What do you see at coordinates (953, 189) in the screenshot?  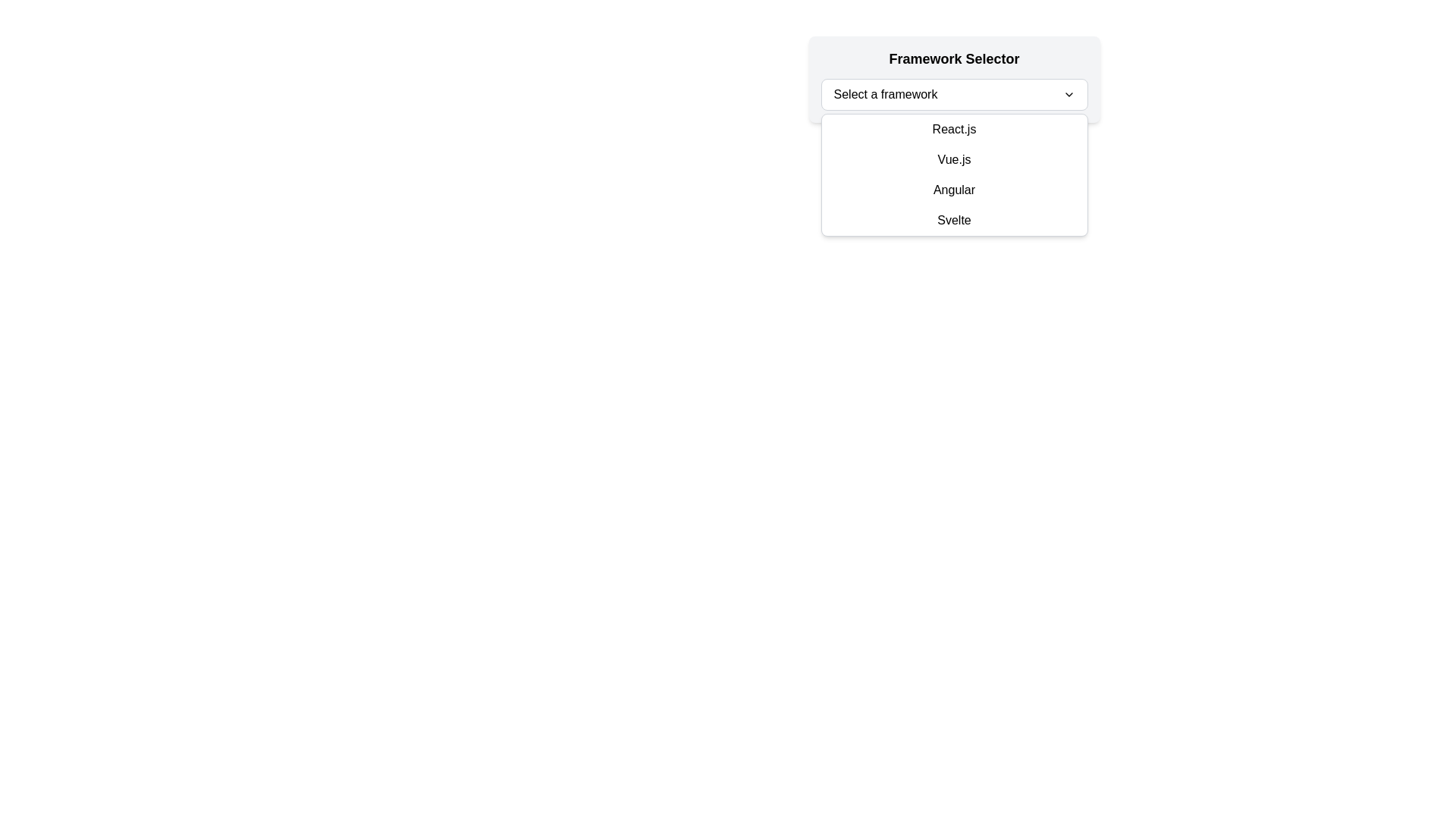 I see `the 'Angular' option in the dropdown menu` at bounding box center [953, 189].